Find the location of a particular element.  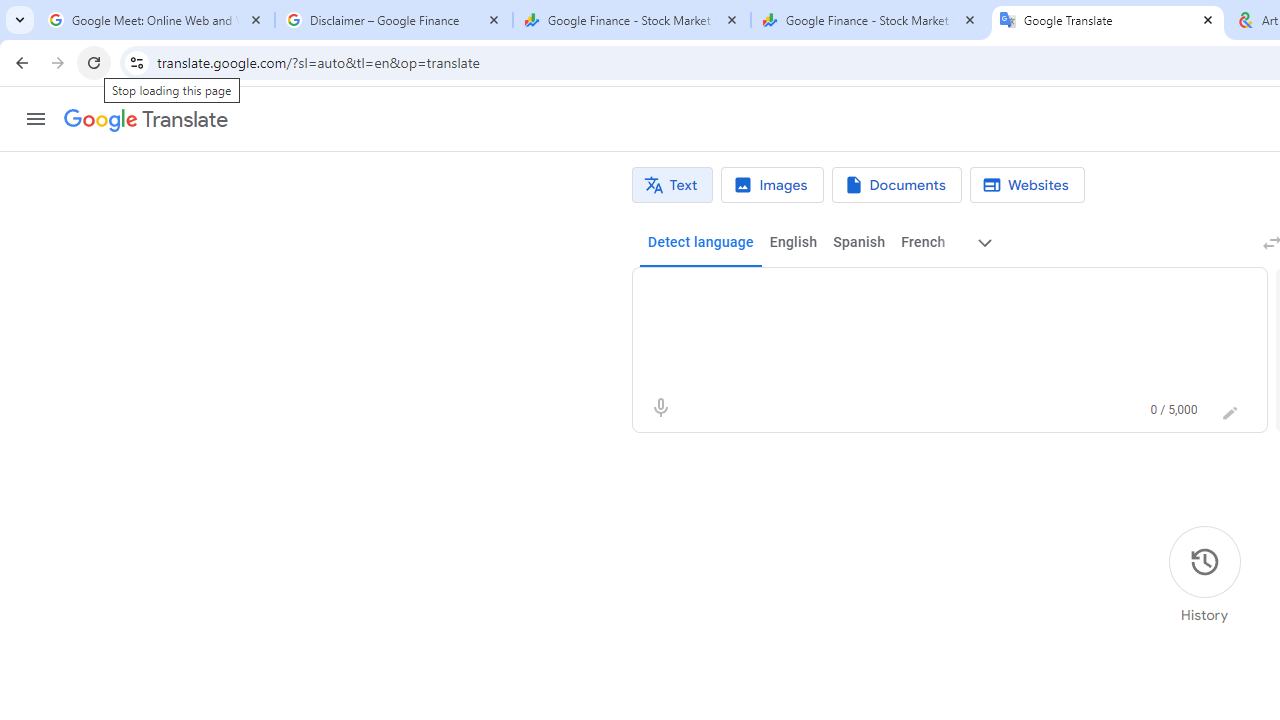

'English' is located at coordinates (792, 242).